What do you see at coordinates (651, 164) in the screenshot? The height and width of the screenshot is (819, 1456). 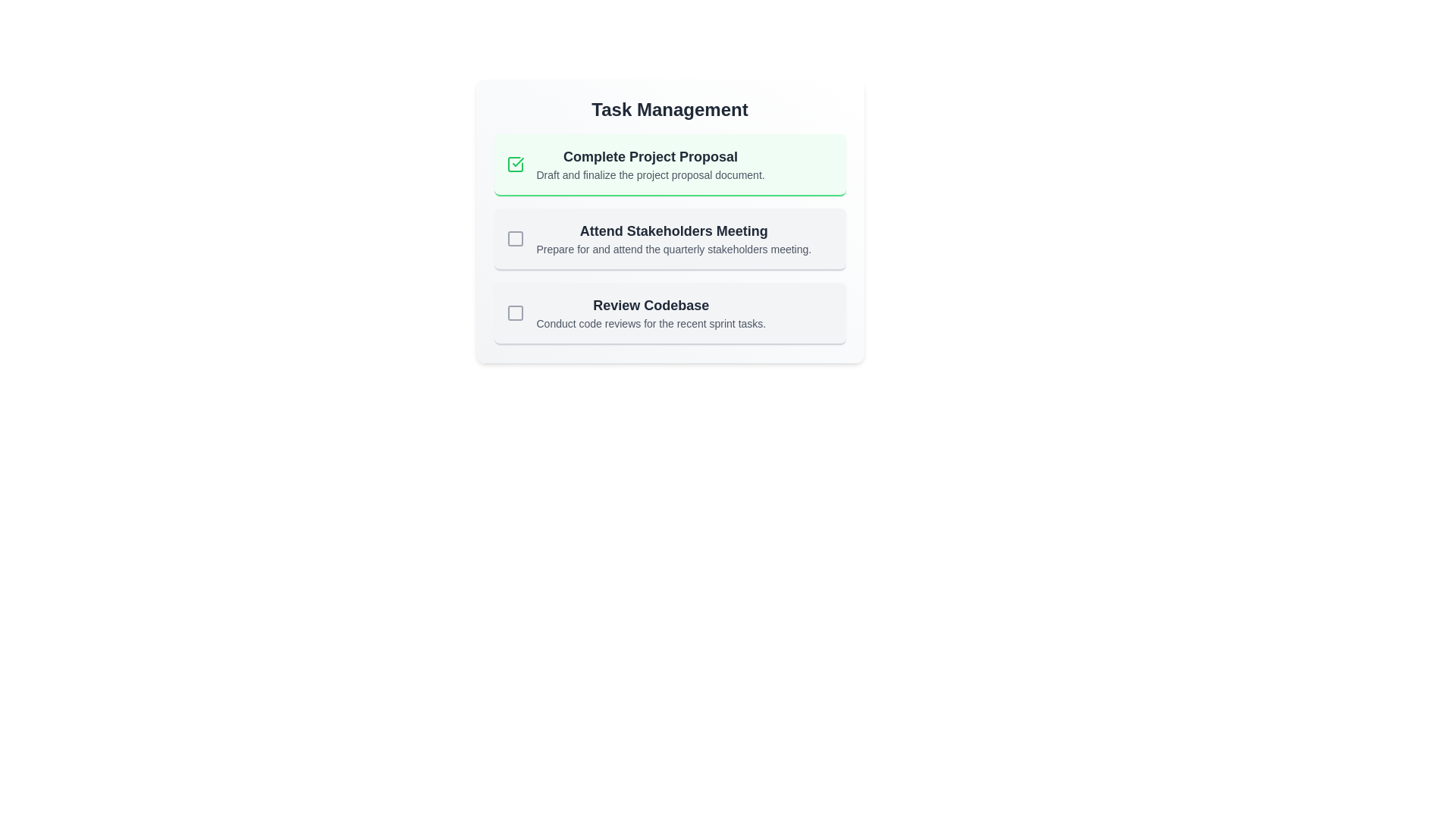 I see `the surrounding card of the first task in the task management section that displays the title and description, bordered by a light green background` at bounding box center [651, 164].